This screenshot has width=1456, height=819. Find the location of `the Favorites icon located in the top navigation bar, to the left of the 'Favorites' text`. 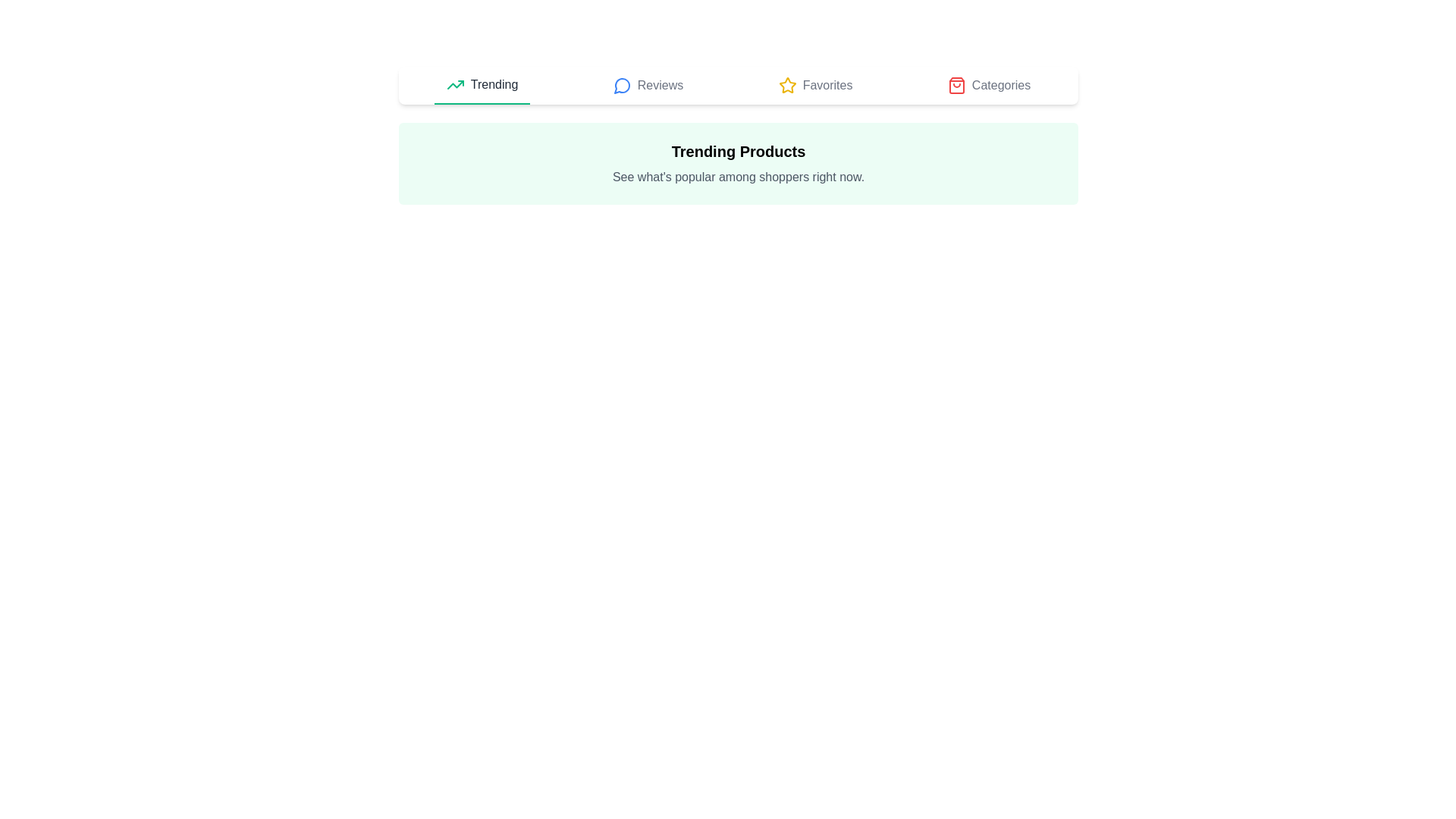

the Favorites icon located in the top navigation bar, to the left of the 'Favorites' text is located at coordinates (787, 85).